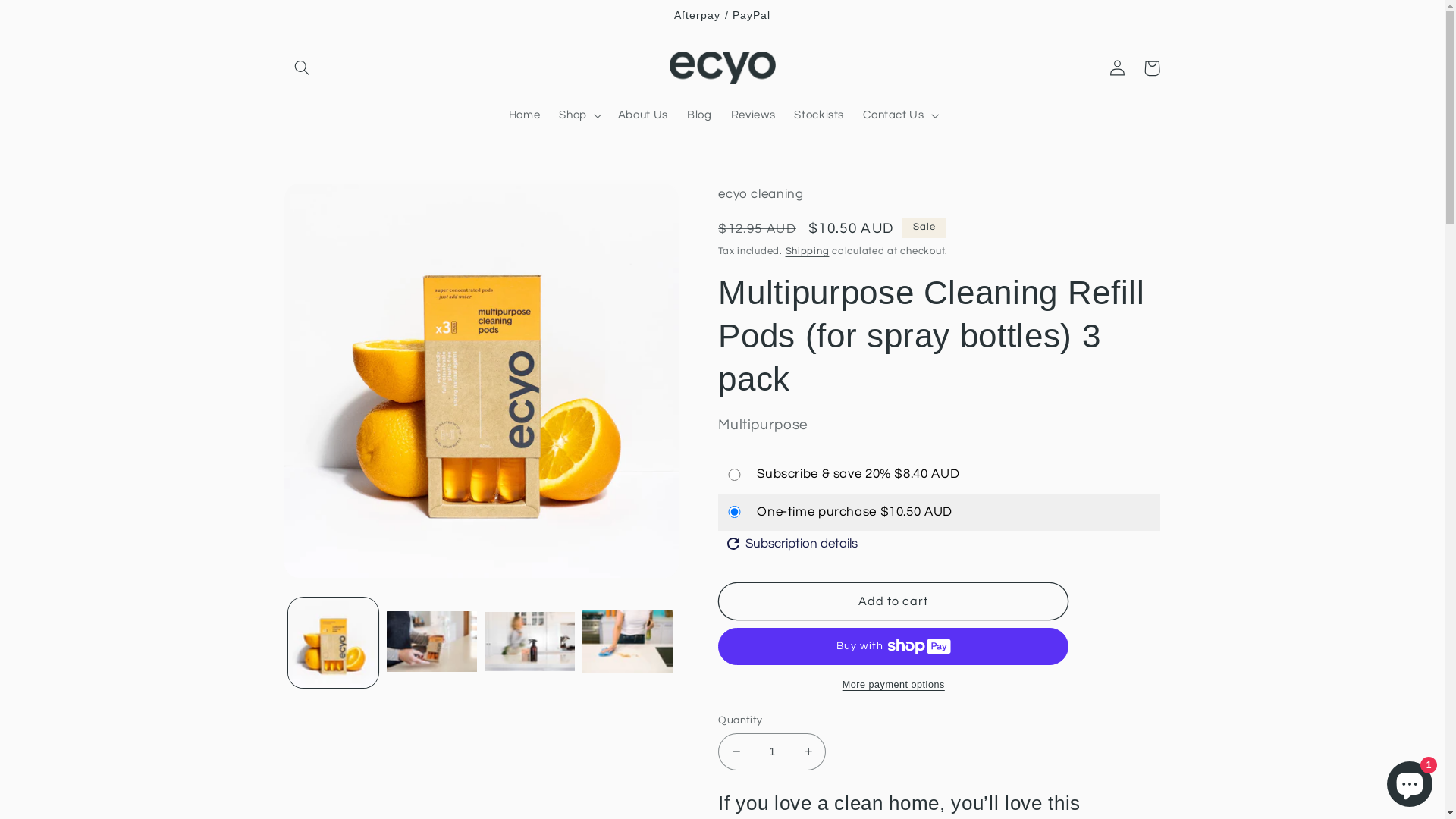 Image resolution: width=1456 pixels, height=819 pixels. I want to click on 'Shopify online store chat', so click(1408, 780).